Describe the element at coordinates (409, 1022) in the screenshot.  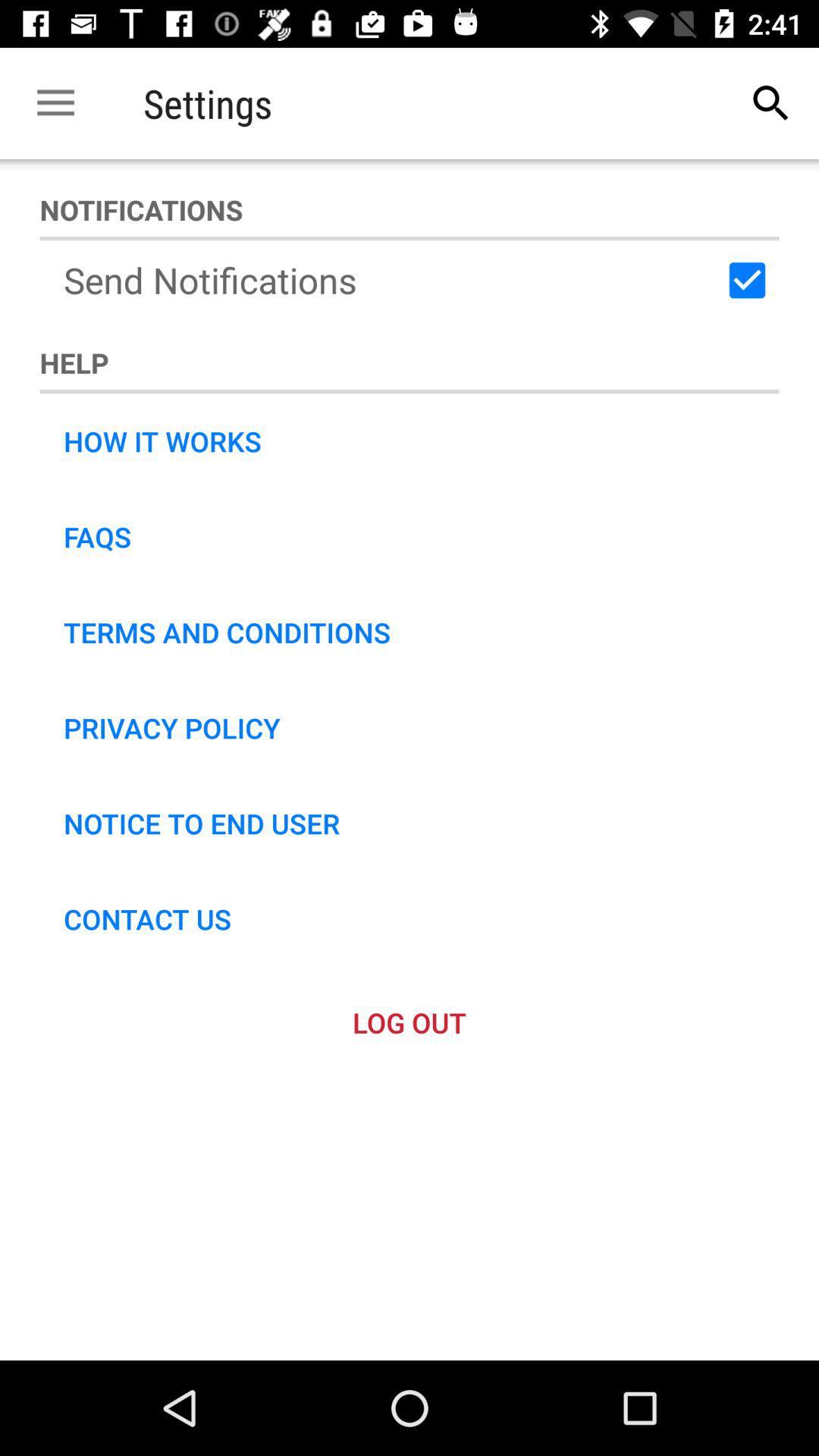
I see `the icon below contact us` at that location.